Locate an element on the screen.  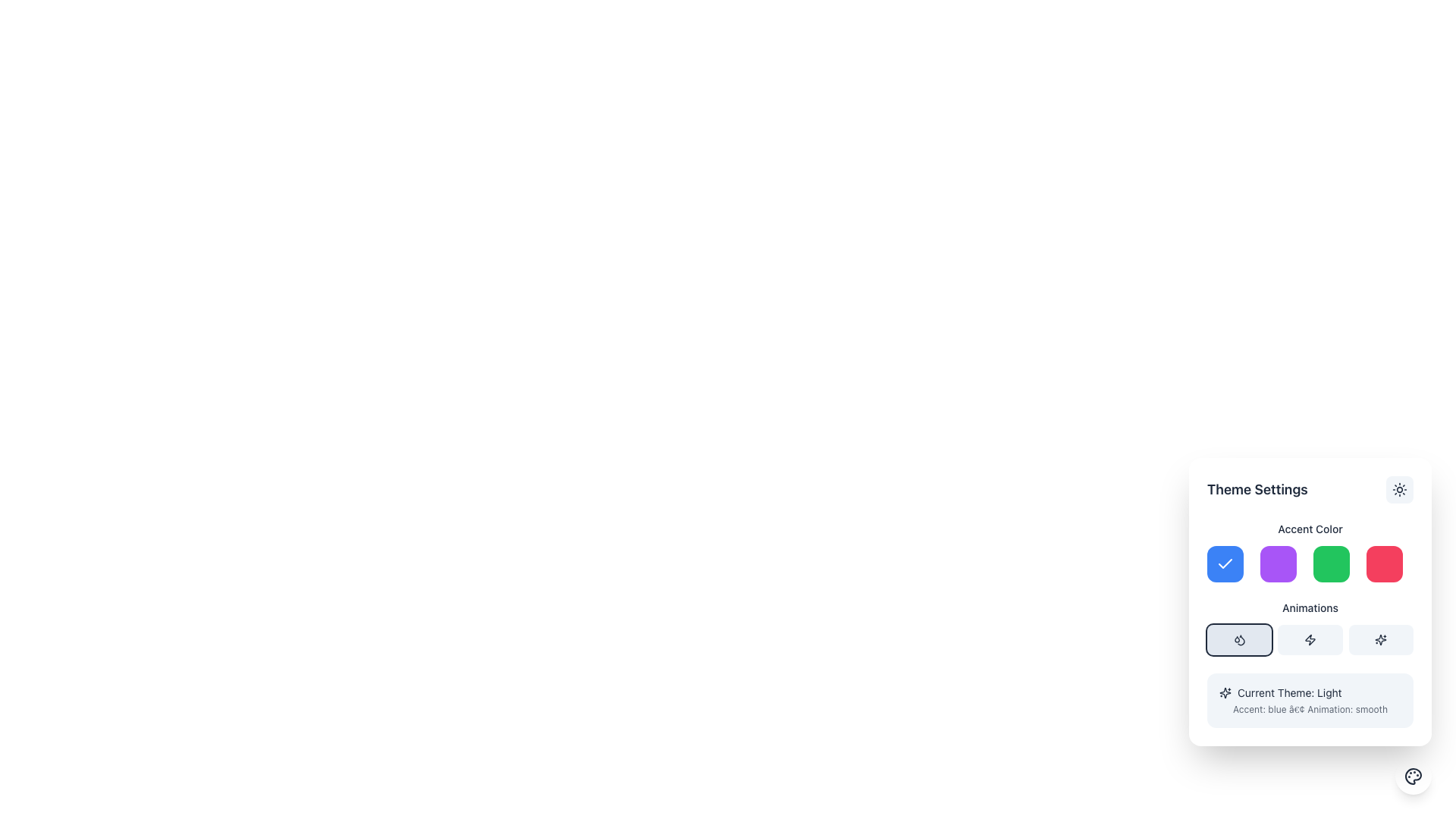
the lightning bolt icon in the 'Theme Settings' card under the 'Animations' section is located at coordinates (1310, 640).